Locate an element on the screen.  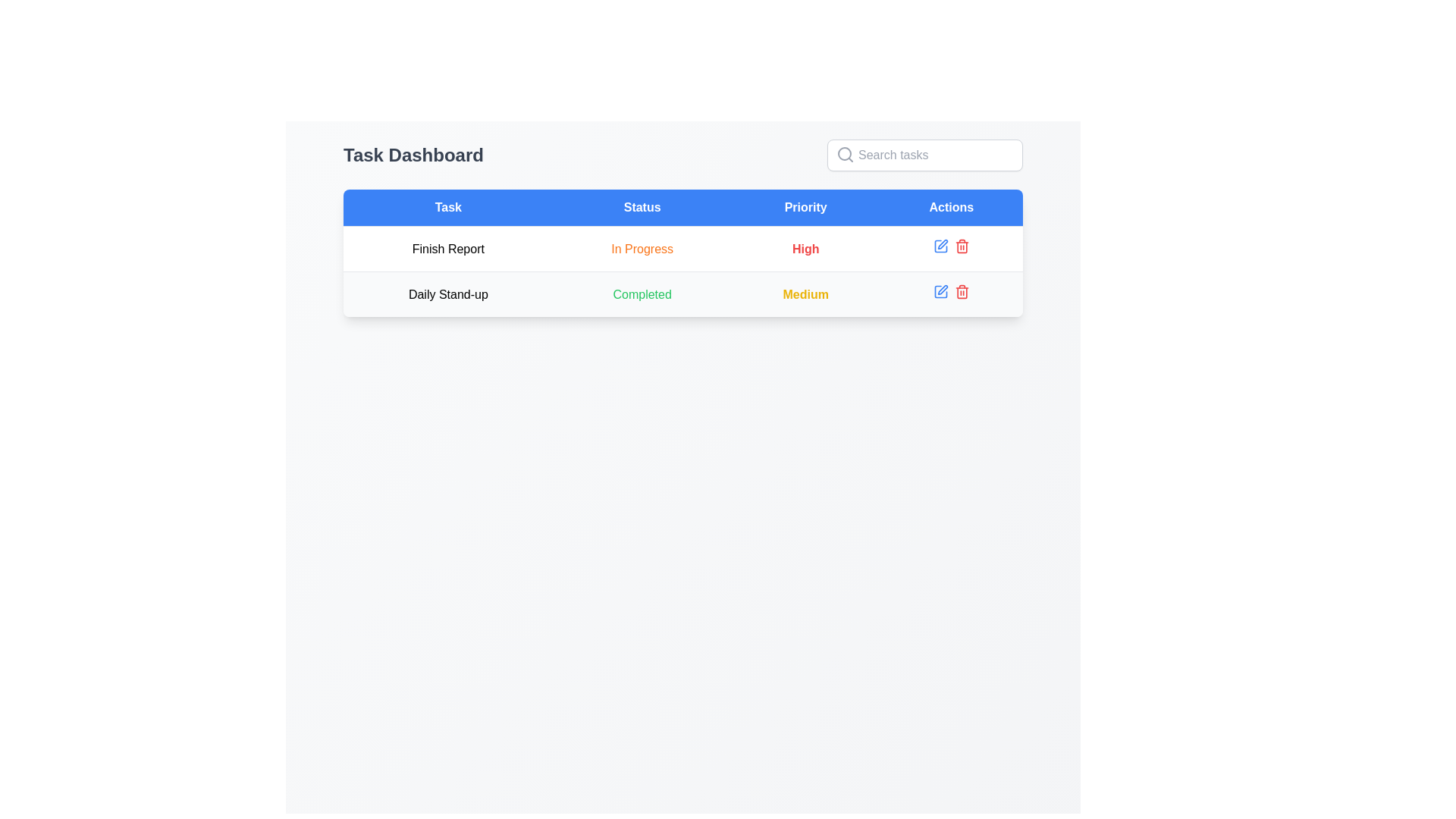
the text label displaying 'Finish Report' in the task dashboard's first row under the 'Task' column is located at coordinates (447, 248).